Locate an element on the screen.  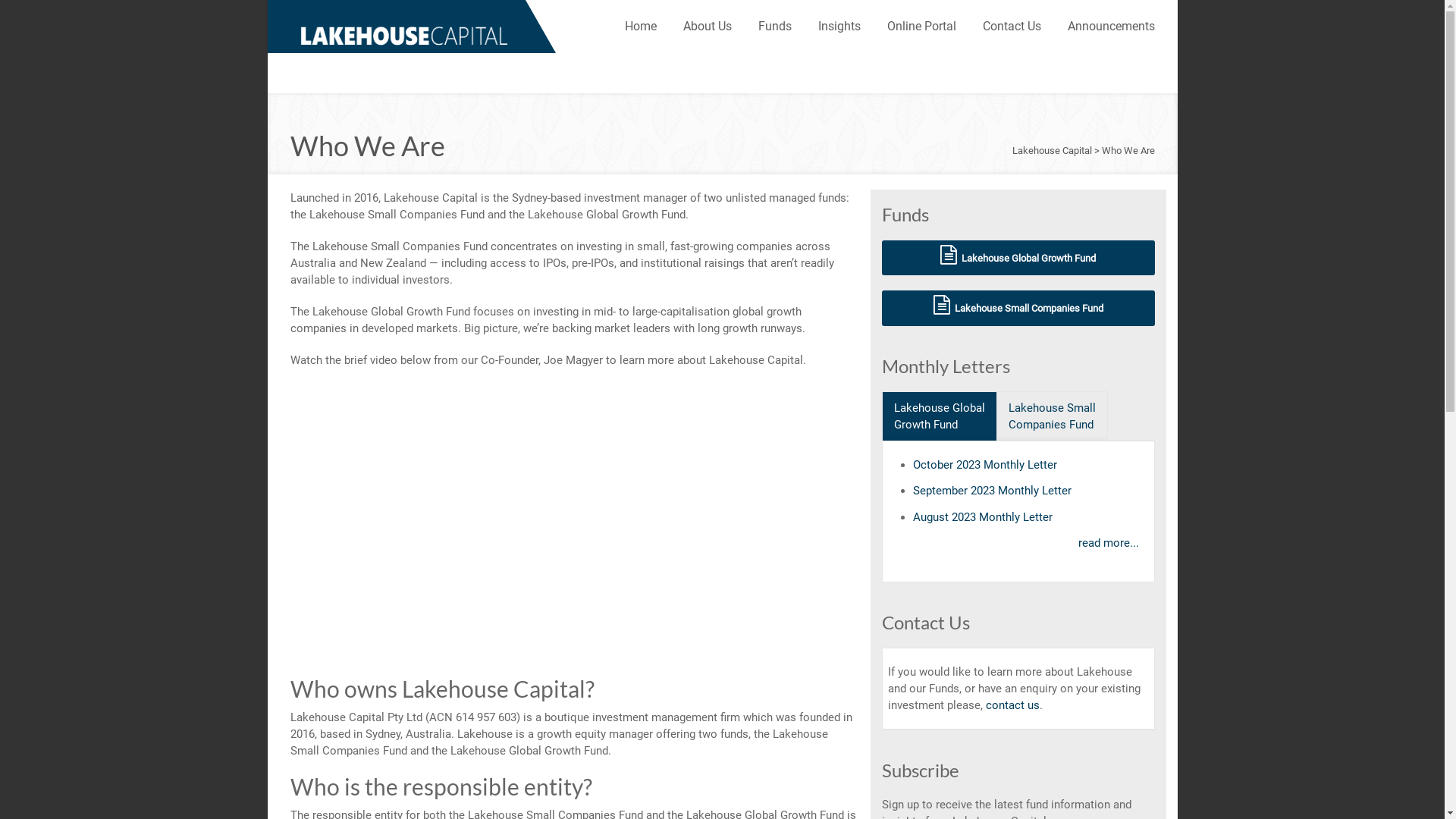
'Funds' is located at coordinates (775, 26).